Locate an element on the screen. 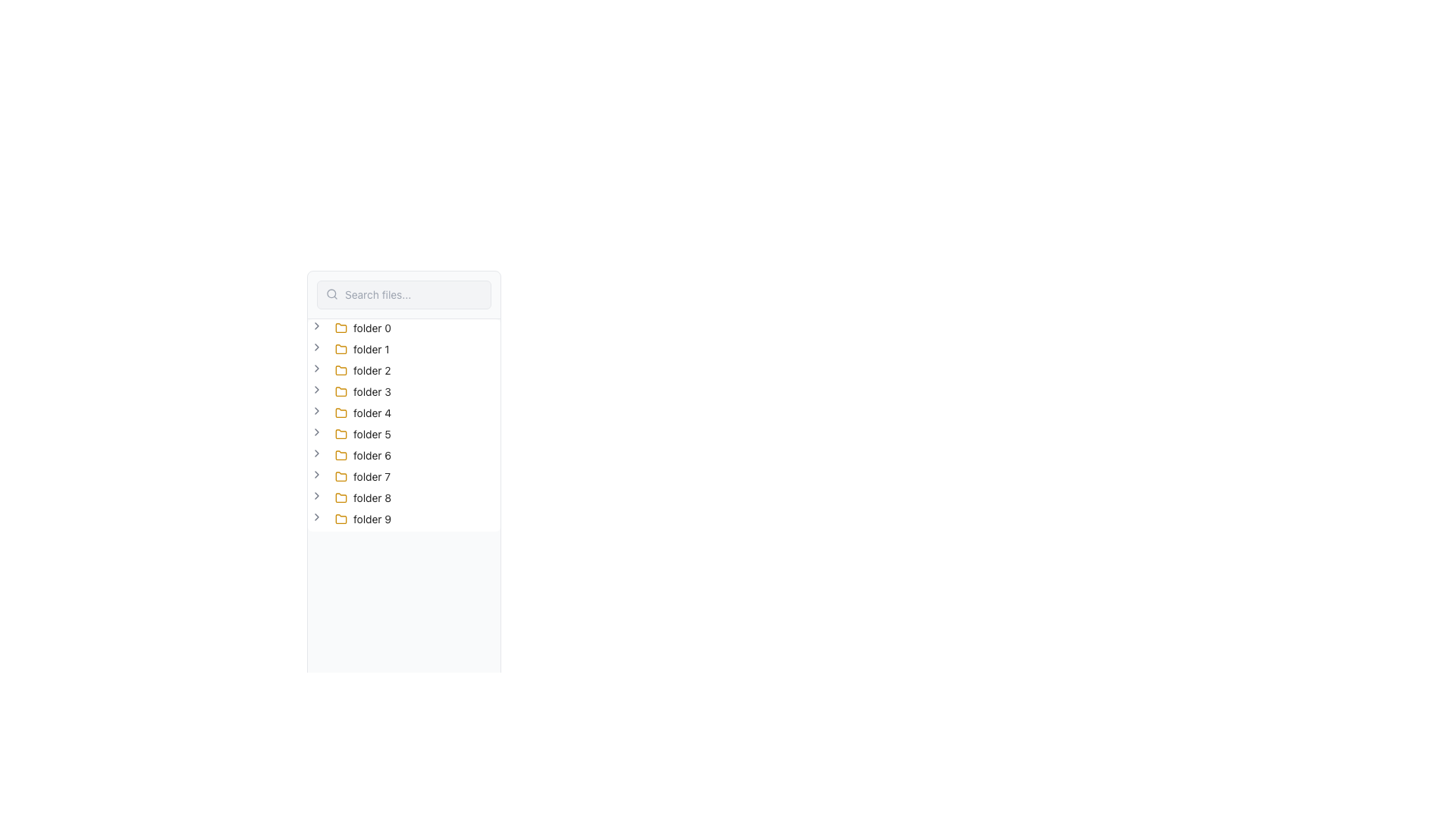 The height and width of the screenshot is (819, 1456). the right-pointing chevron toggle icon located to the left of the text label 'folder 8' is located at coordinates (315, 496).